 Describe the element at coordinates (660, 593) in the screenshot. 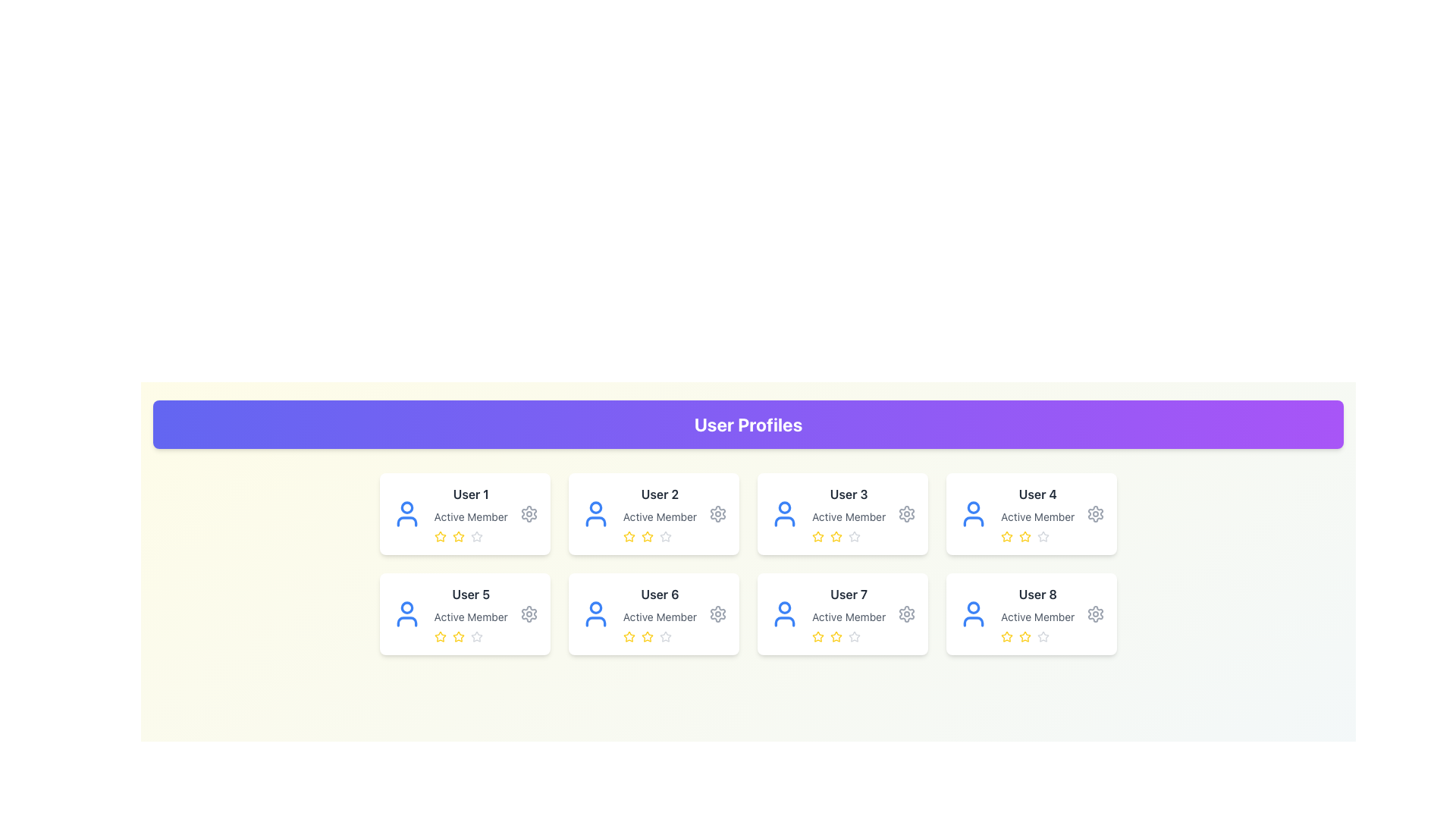

I see `the 'User 6' text label located in the profile card under the 'User Profiles' section` at that location.